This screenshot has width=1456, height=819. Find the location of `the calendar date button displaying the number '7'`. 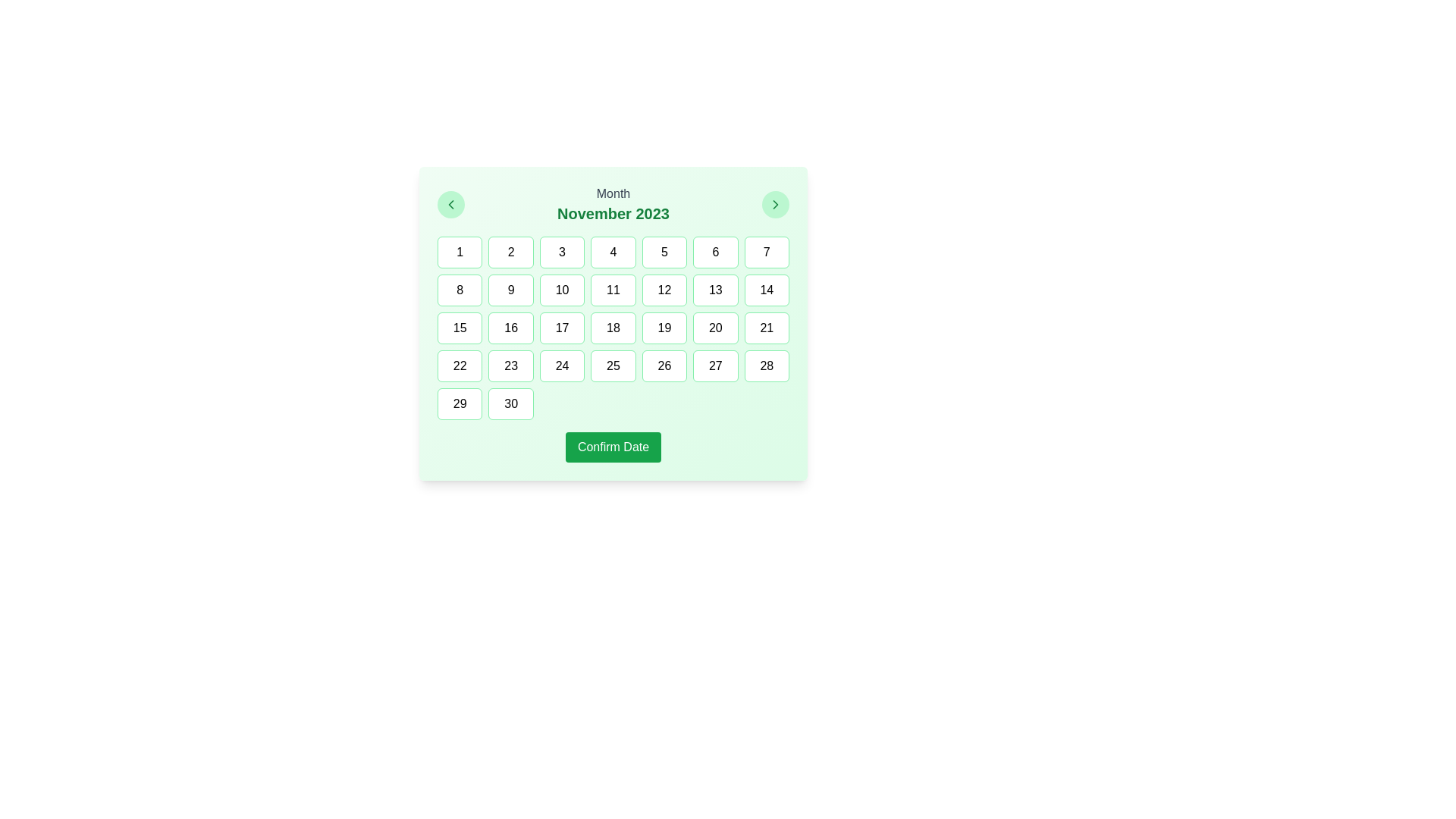

the calendar date button displaying the number '7' is located at coordinates (767, 251).